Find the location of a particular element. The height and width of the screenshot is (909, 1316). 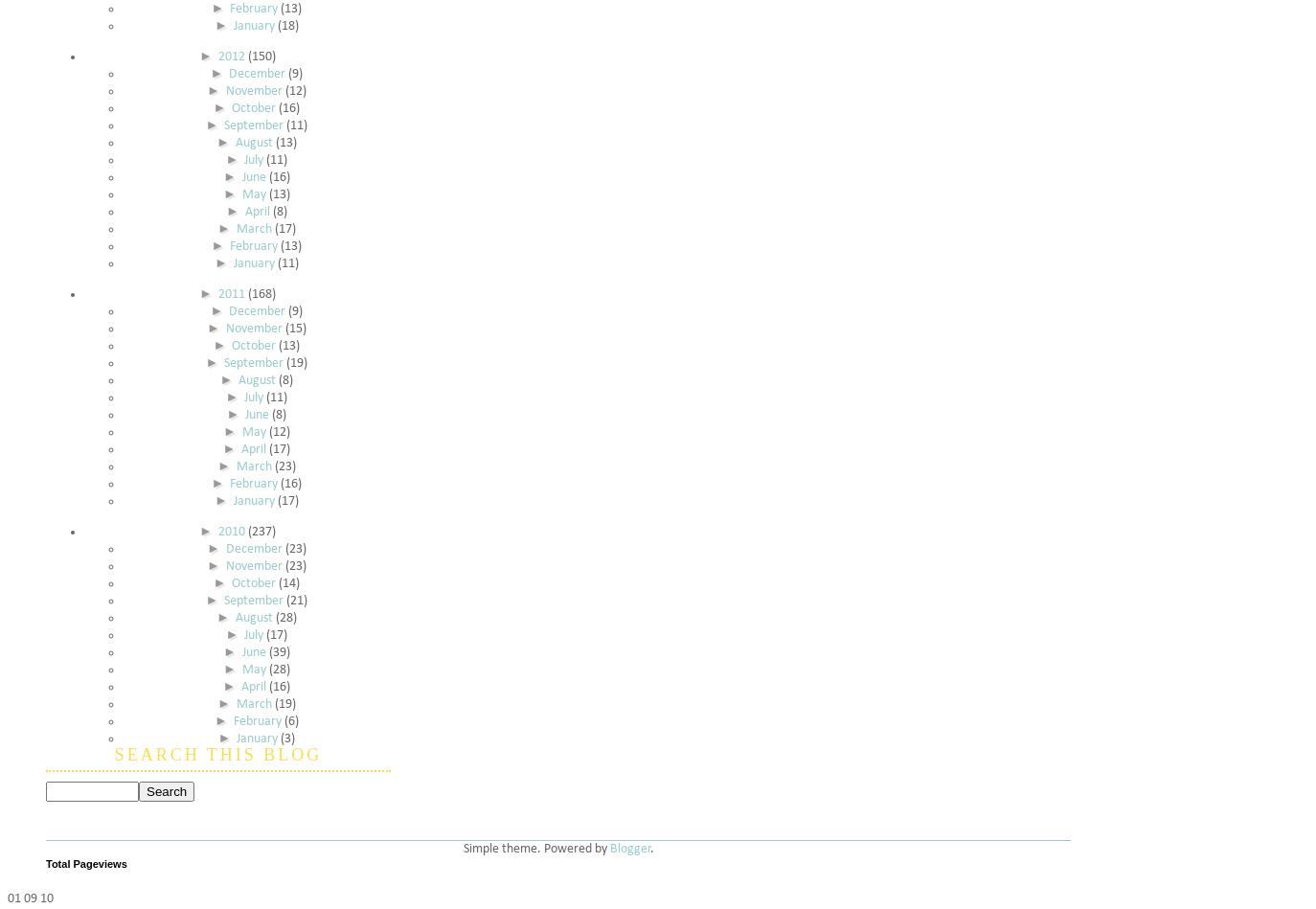

'2012' is located at coordinates (216, 57).